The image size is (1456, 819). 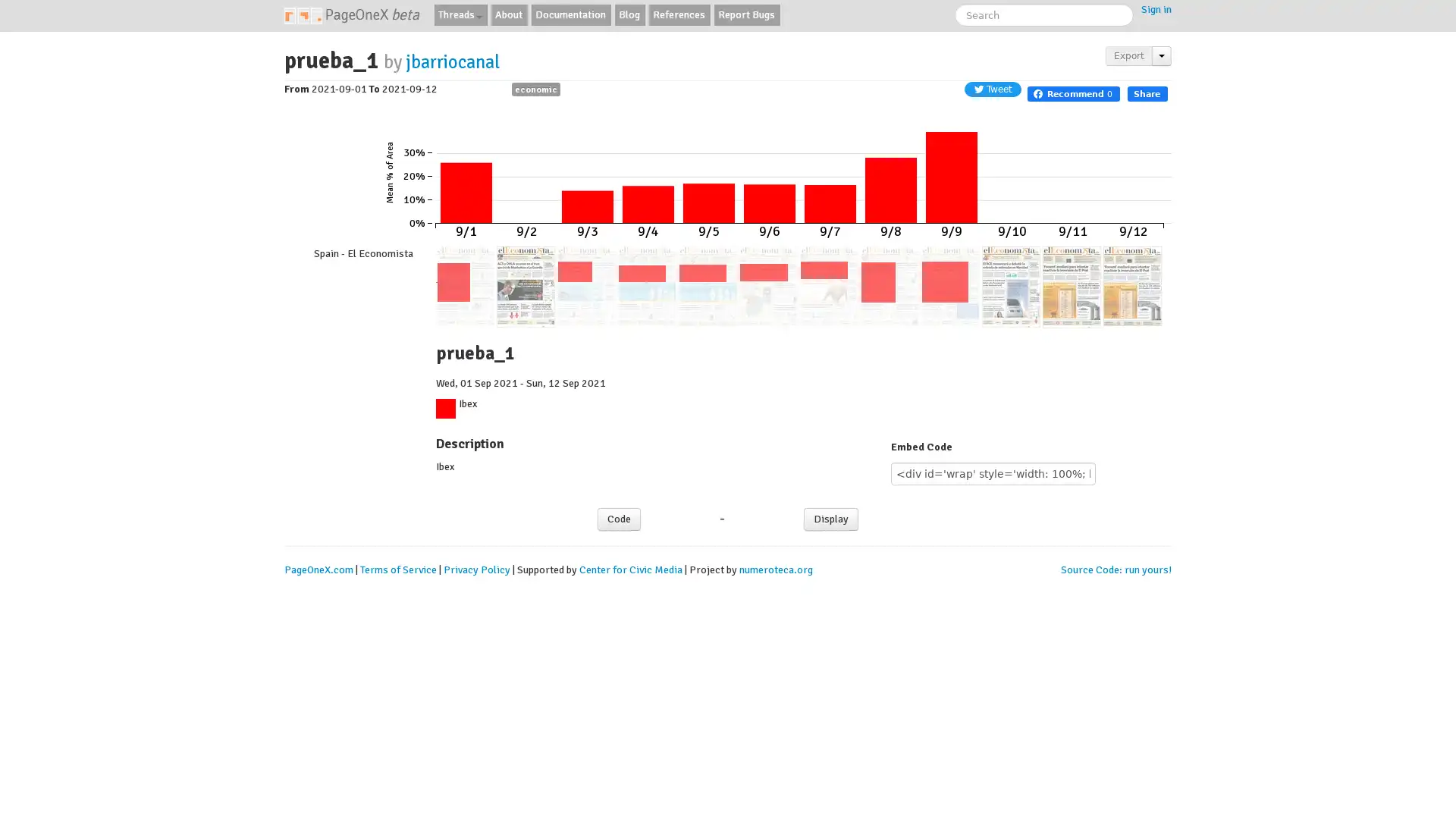 What do you see at coordinates (1128, 55) in the screenshot?
I see `Export` at bounding box center [1128, 55].